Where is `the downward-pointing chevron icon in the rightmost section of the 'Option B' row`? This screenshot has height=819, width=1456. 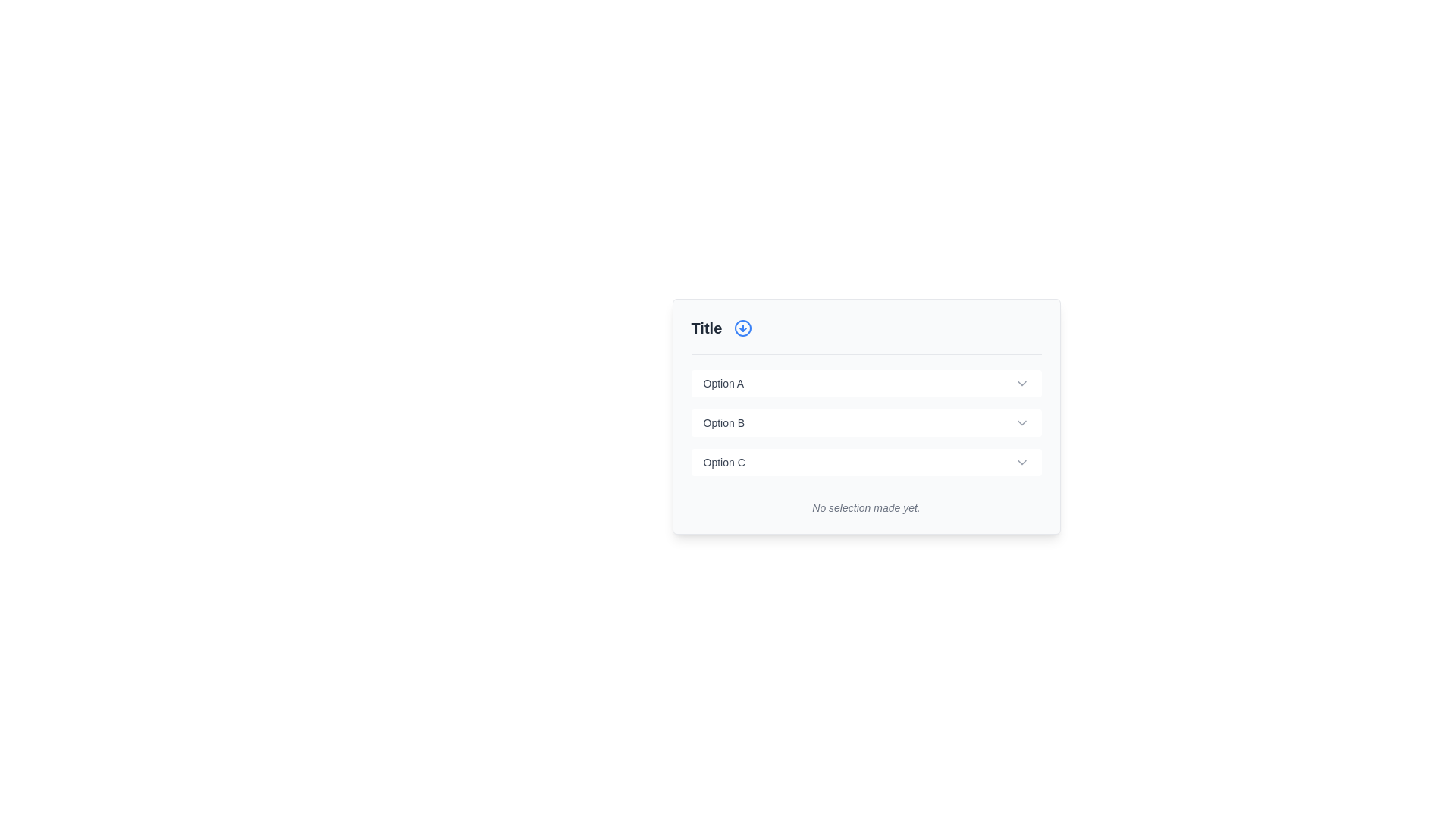
the downward-pointing chevron icon in the rightmost section of the 'Option B' row is located at coordinates (1021, 423).